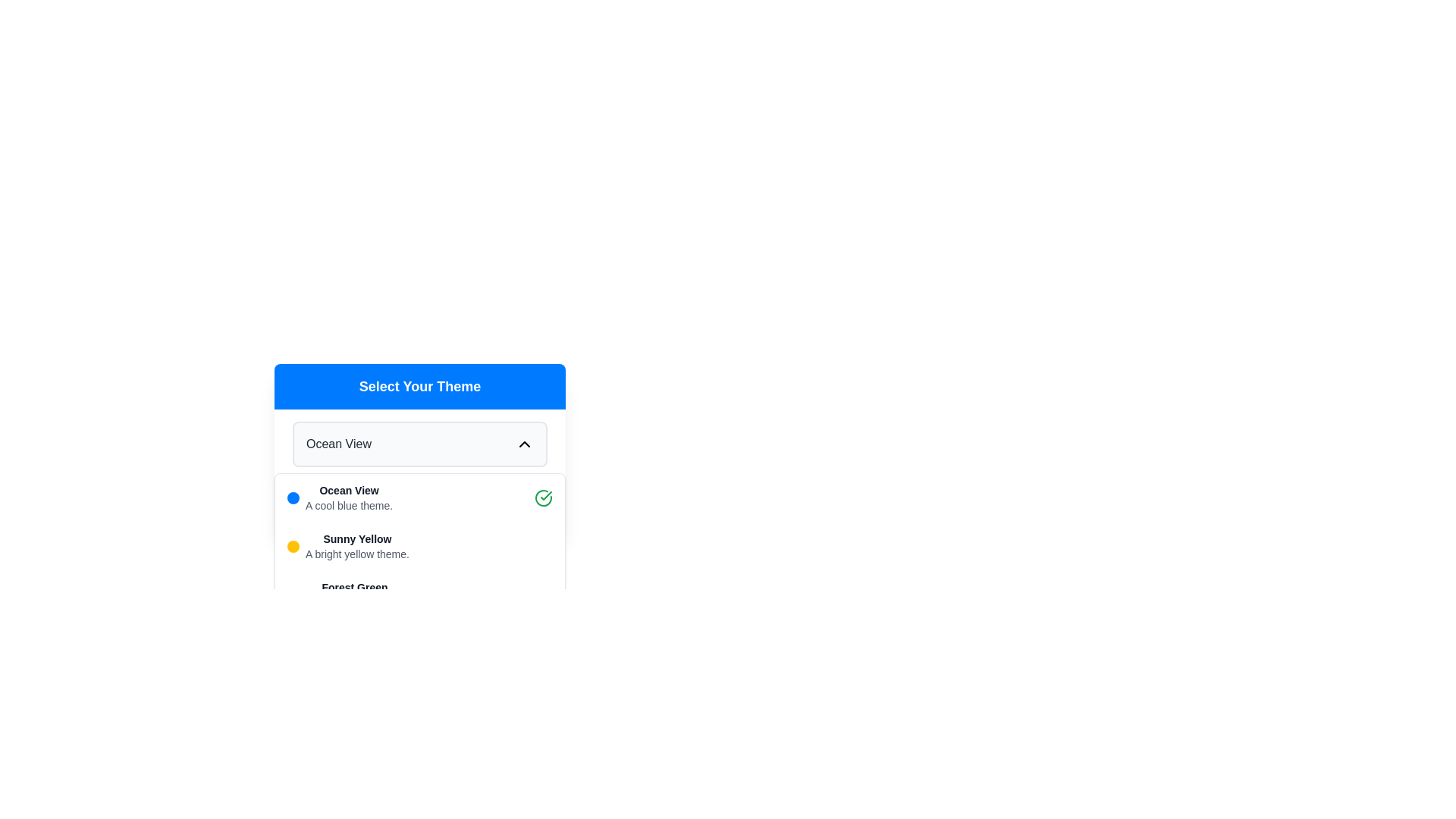  Describe the element at coordinates (348, 491) in the screenshot. I see `the 'A cool blue theme' text label element within the 'Select Your Theme' dropdown menu for accessibility purposes` at that location.